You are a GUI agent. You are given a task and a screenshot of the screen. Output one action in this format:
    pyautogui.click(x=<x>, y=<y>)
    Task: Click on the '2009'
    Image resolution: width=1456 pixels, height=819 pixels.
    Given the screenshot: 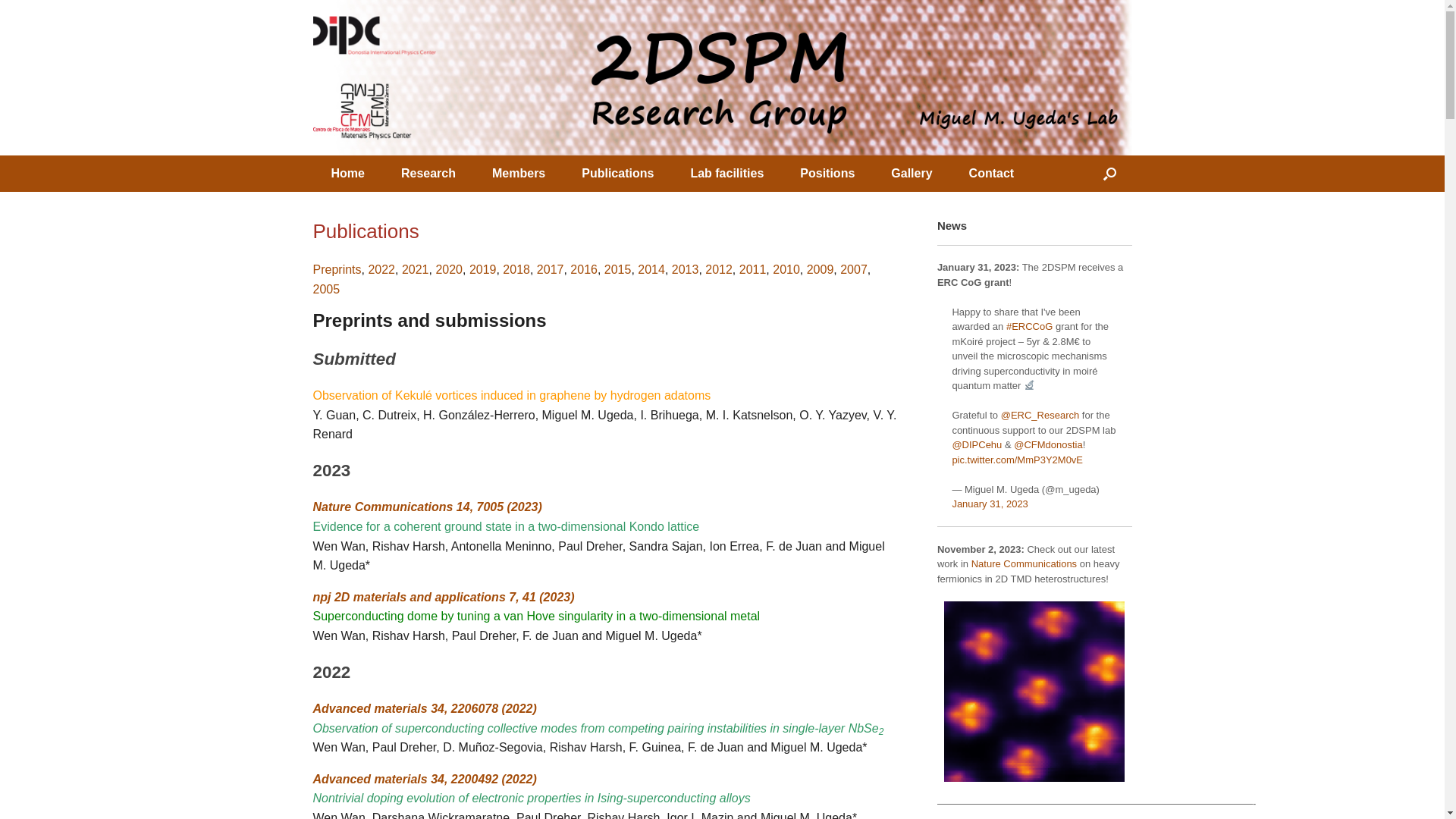 What is the action you would take?
    pyautogui.click(x=806, y=268)
    